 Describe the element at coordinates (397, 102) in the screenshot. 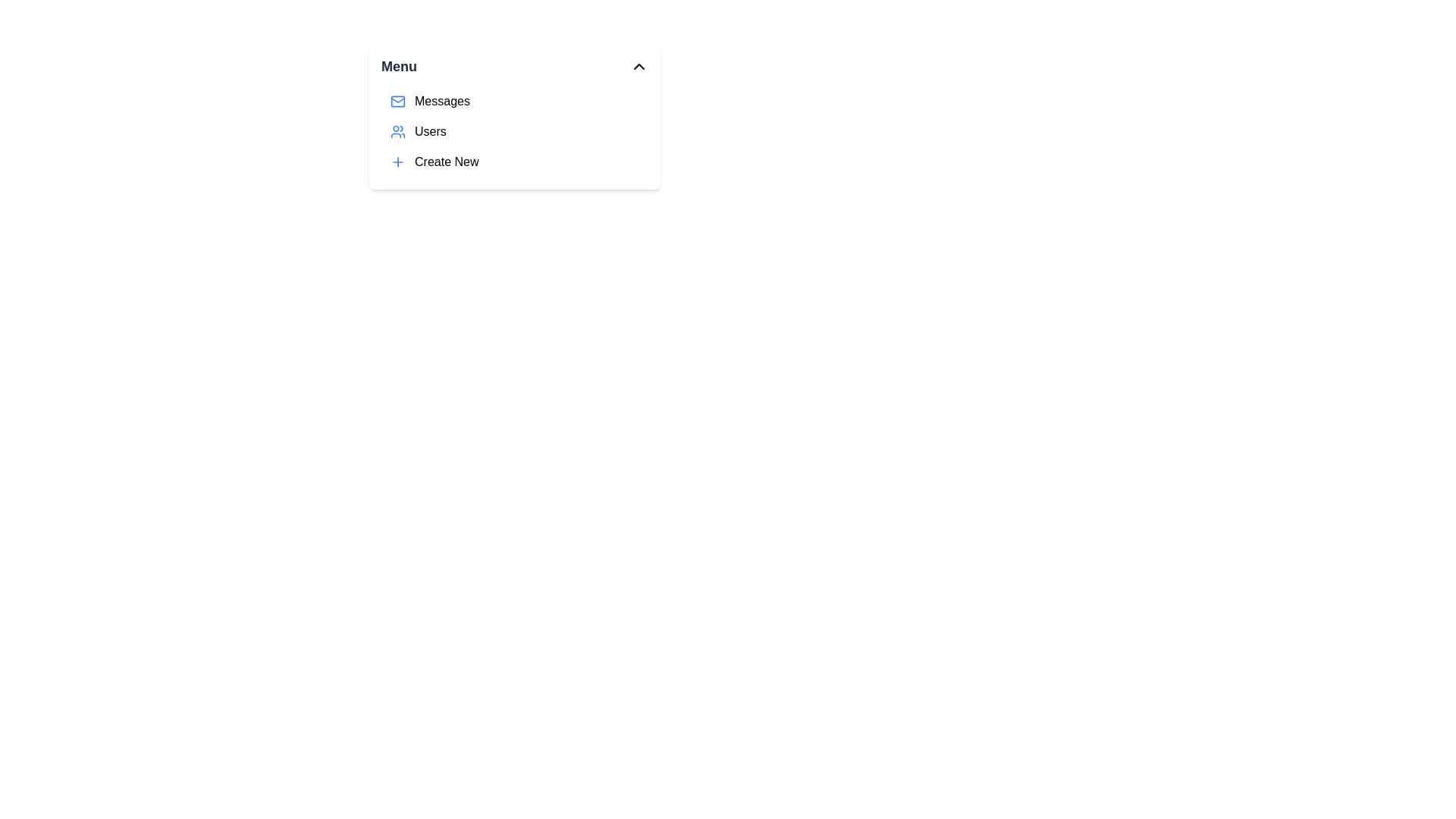

I see `the blue envelope icon representing the mail icon, which is positioned to the left of the 'Messages' text in the menu` at that location.